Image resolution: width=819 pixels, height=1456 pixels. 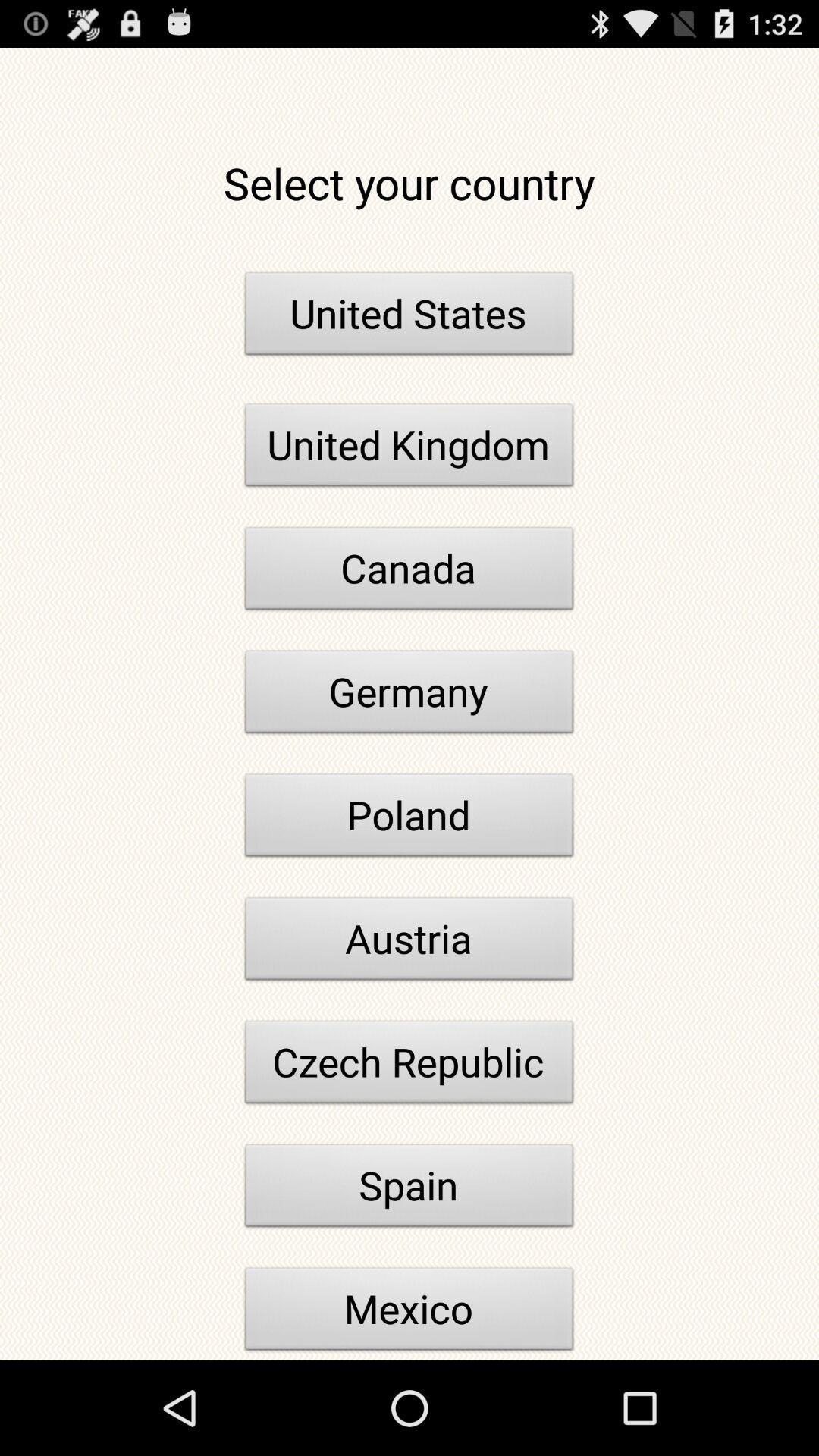 What do you see at coordinates (409, 317) in the screenshot?
I see `the button above united kingdom item` at bounding box center [409, 317].